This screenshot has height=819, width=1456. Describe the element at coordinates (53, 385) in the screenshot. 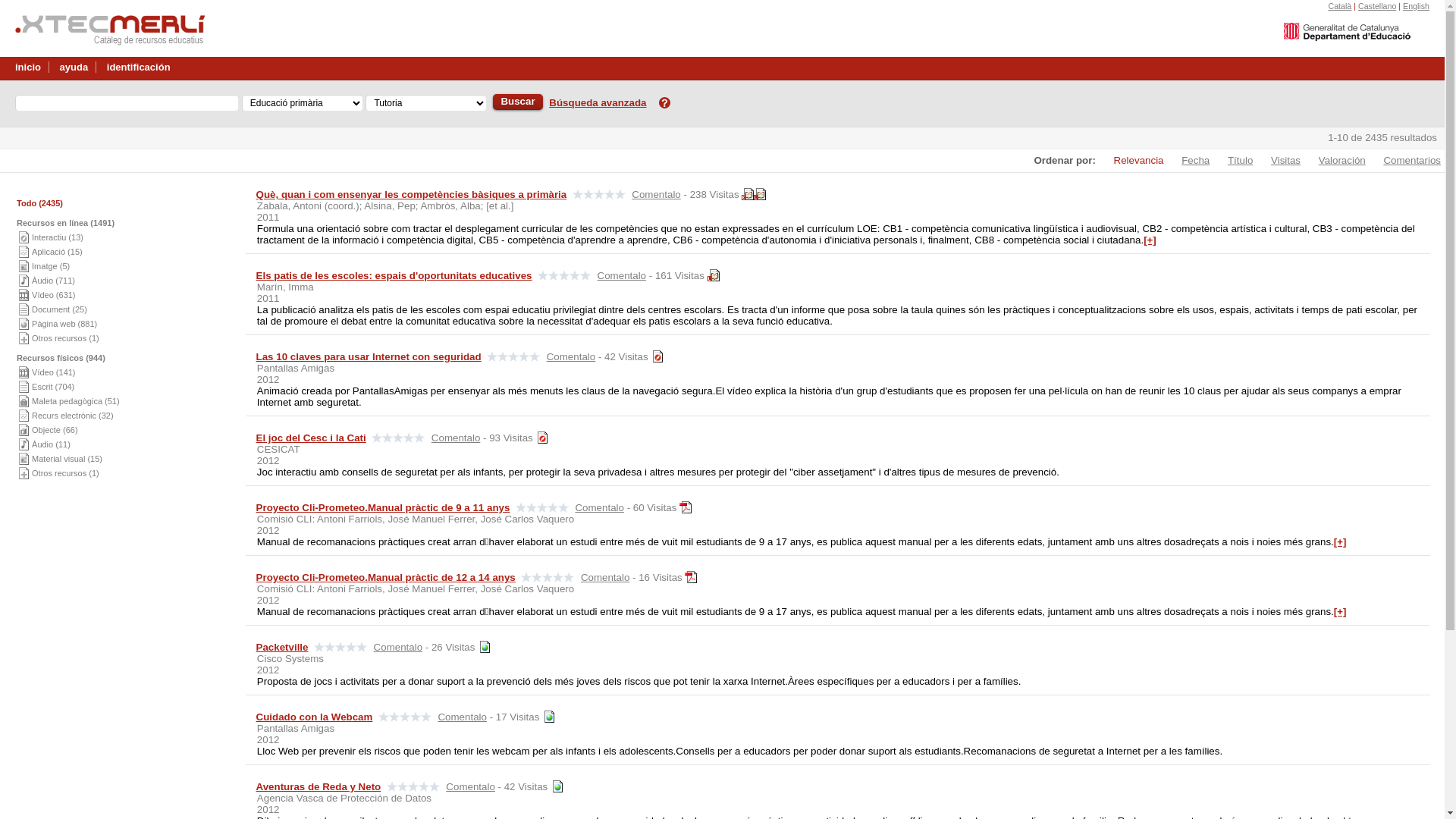

I see `'Escrit (704)'` at that location.